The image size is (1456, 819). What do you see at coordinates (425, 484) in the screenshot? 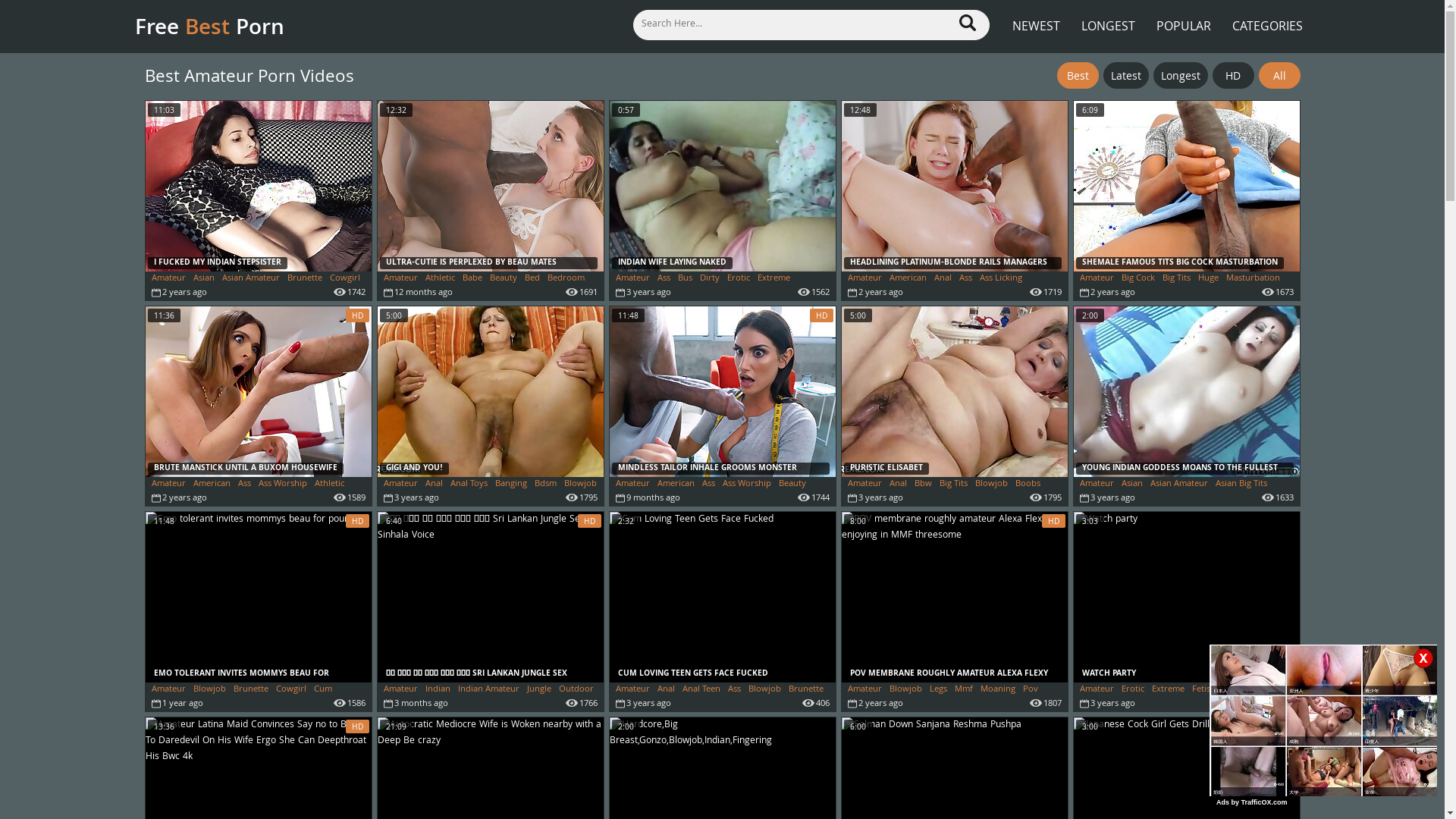
I see `'Anal'` at bounding box center [425, 484].